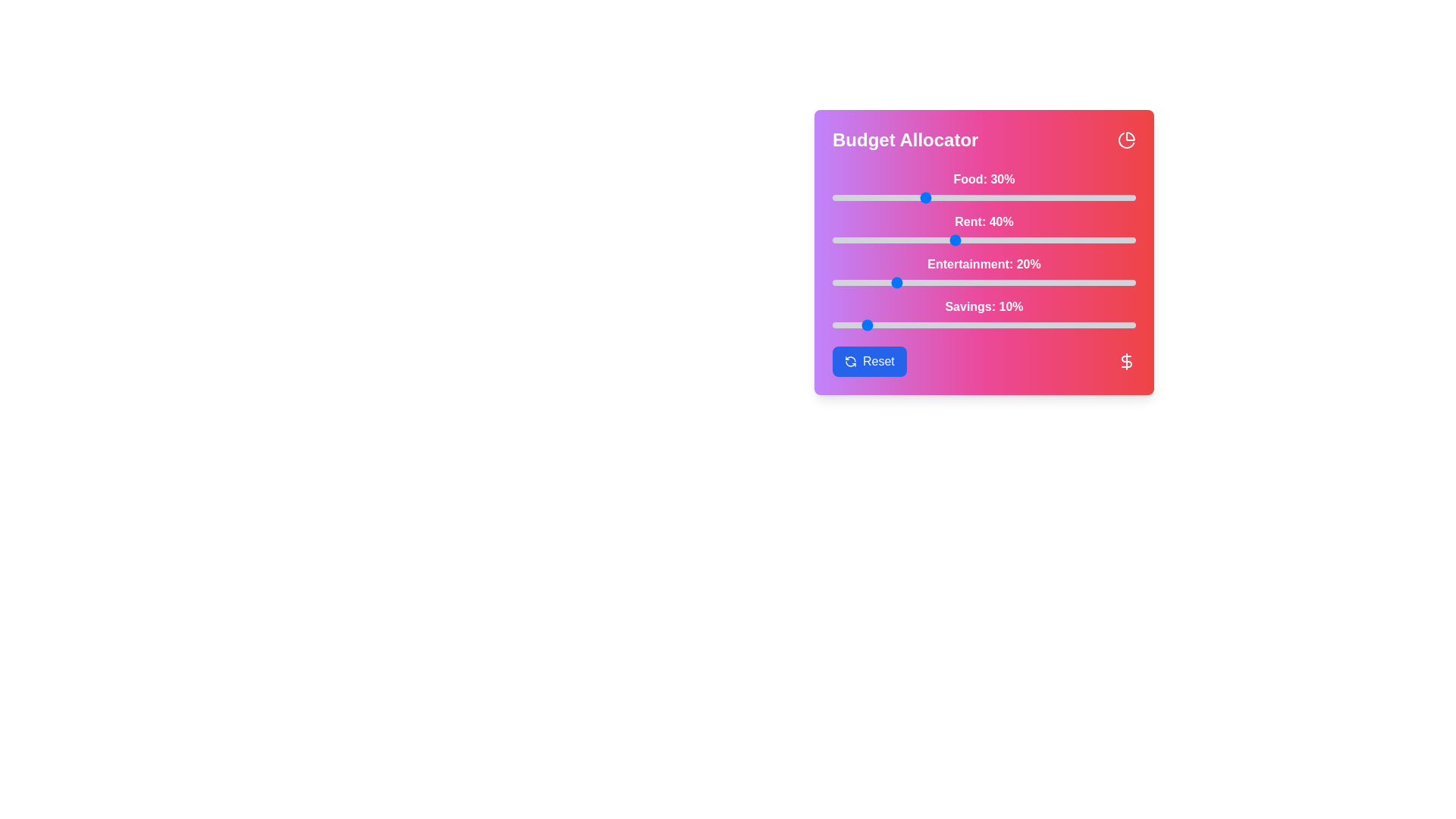 The width and height of the screenshot is (1456, 819). I want to click on the rent slider, so click(843, 239).